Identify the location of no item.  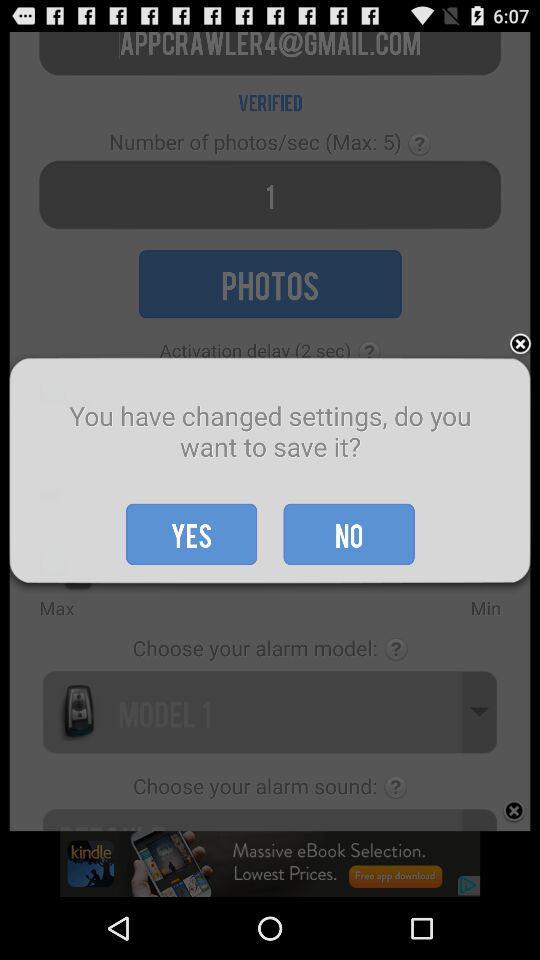
(348, 533).